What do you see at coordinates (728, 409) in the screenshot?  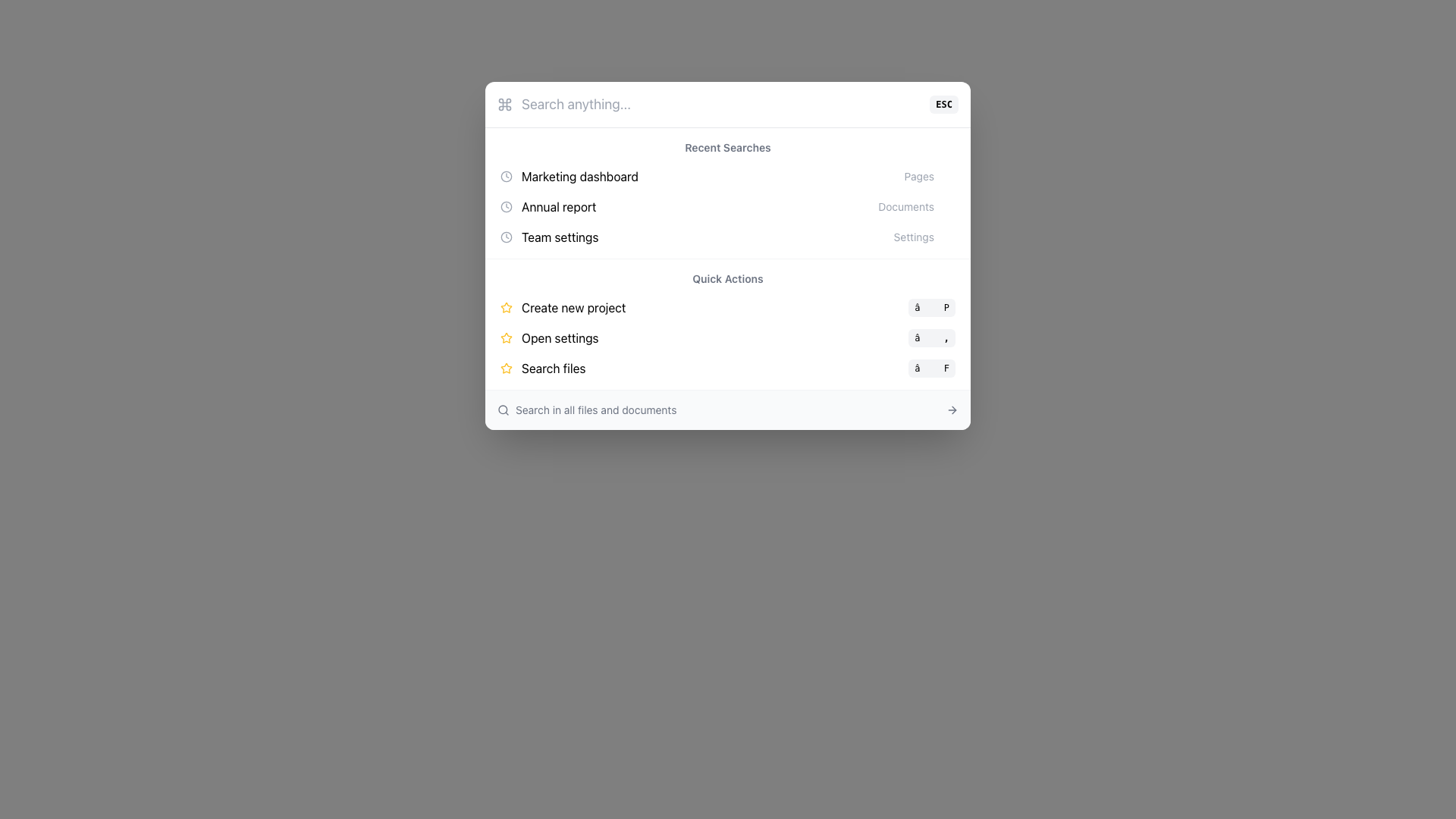 I see `the search bar at the bottom of the modal, which includes a magnifying glass icon and the text 'Search in all files and documents', for typing` at bounding box center [728, 409].